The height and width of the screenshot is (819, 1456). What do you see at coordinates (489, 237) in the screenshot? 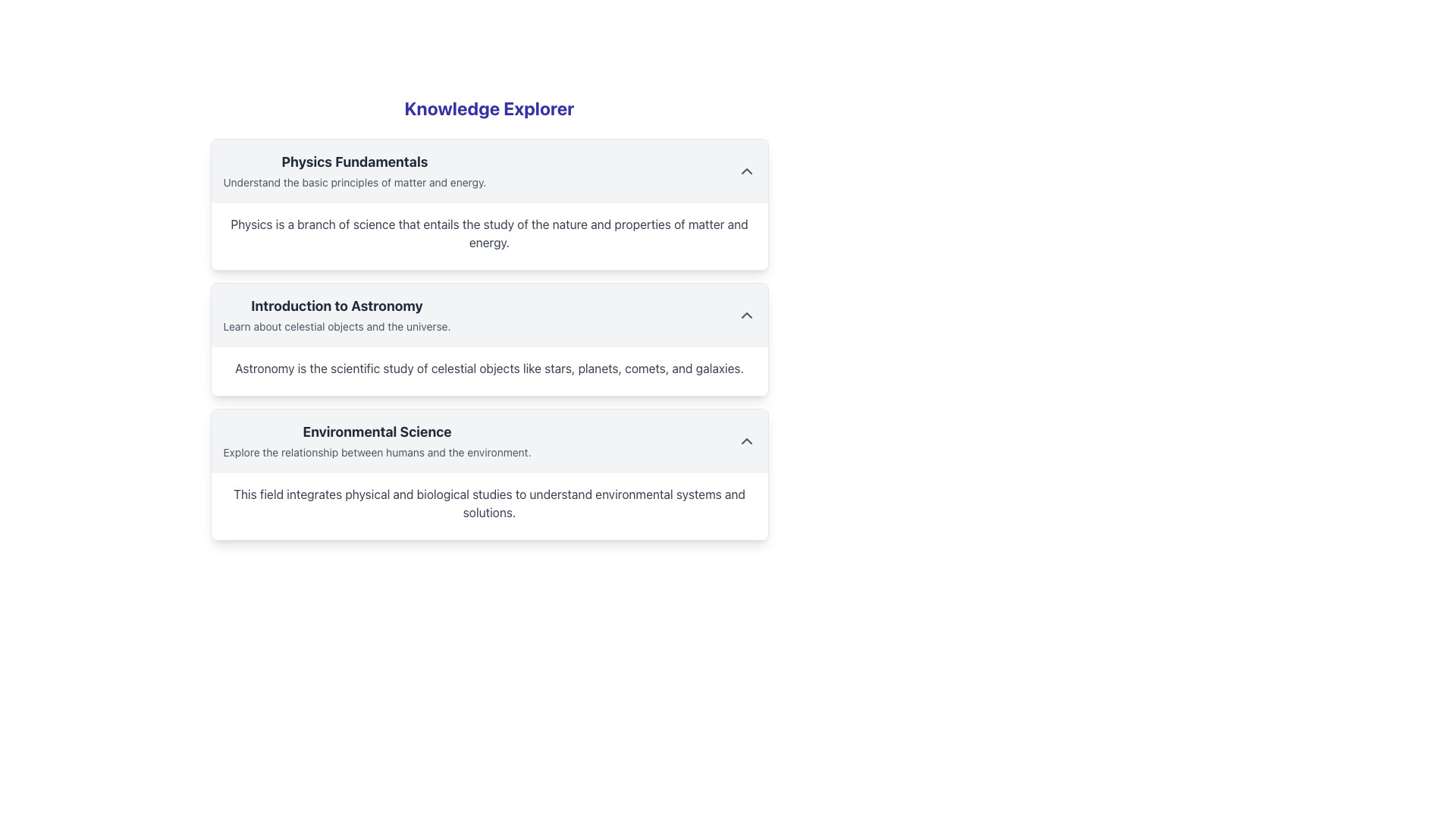
I see `text block located in the 'Physics Fundamentals' section, which provides a brief description of the field of physics` at bounding box center [489, 237].